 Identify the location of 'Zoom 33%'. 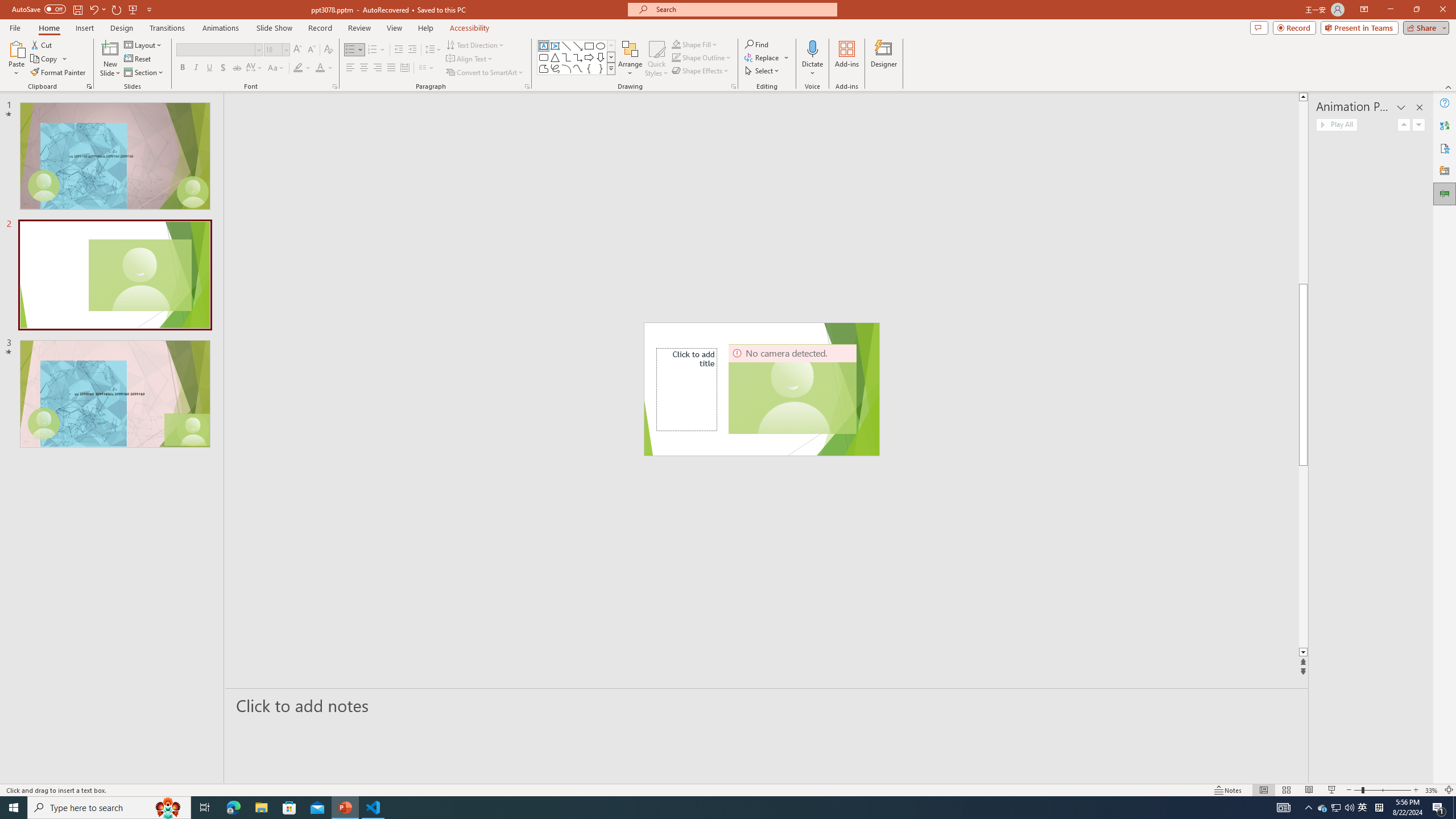
(1431, 790).